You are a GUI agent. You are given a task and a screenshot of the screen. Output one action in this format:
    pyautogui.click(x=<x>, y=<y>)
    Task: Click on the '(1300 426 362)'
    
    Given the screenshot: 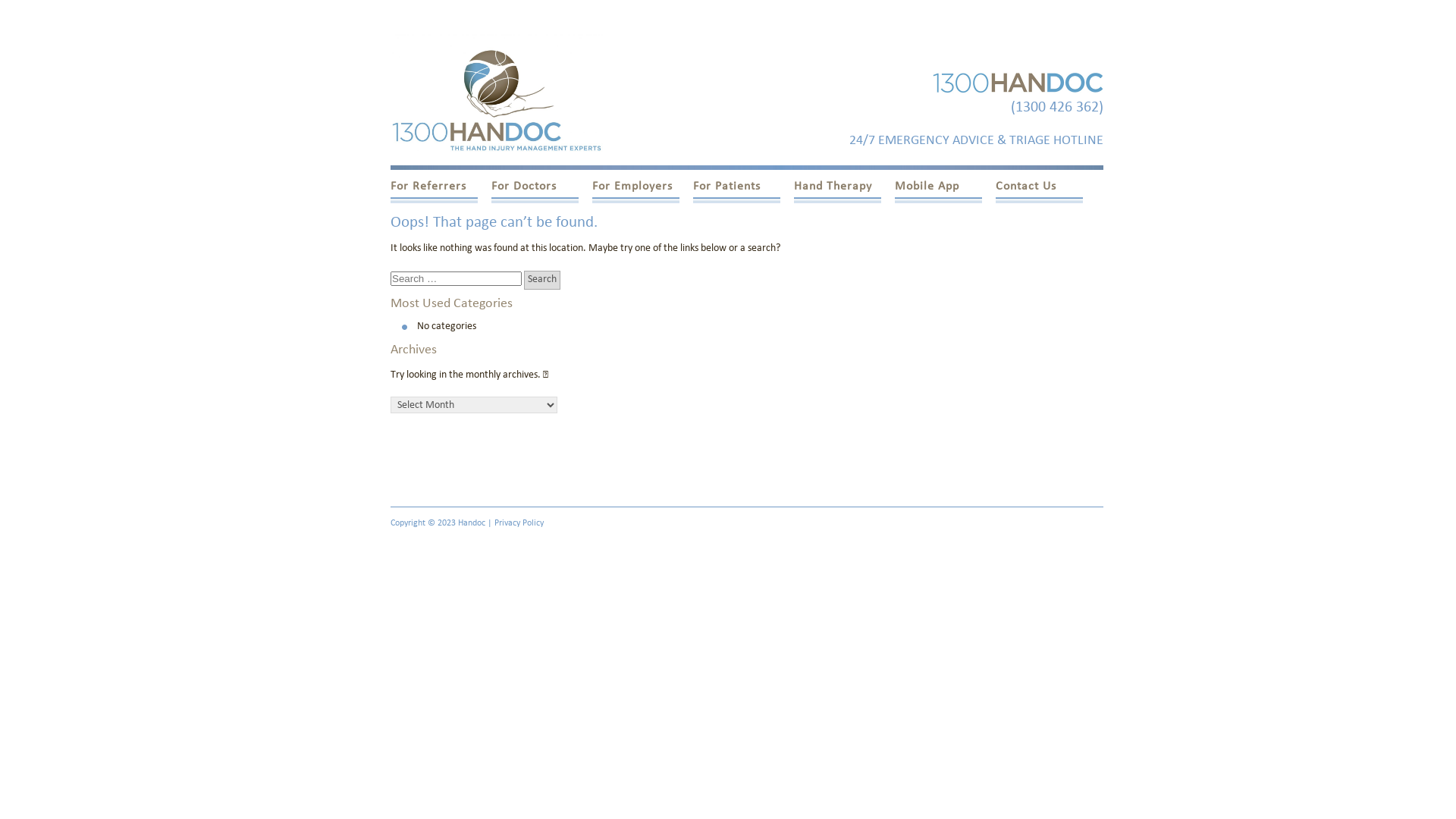 What is the action you would take?
    pyautogui.click(x=1056, y=107)
    